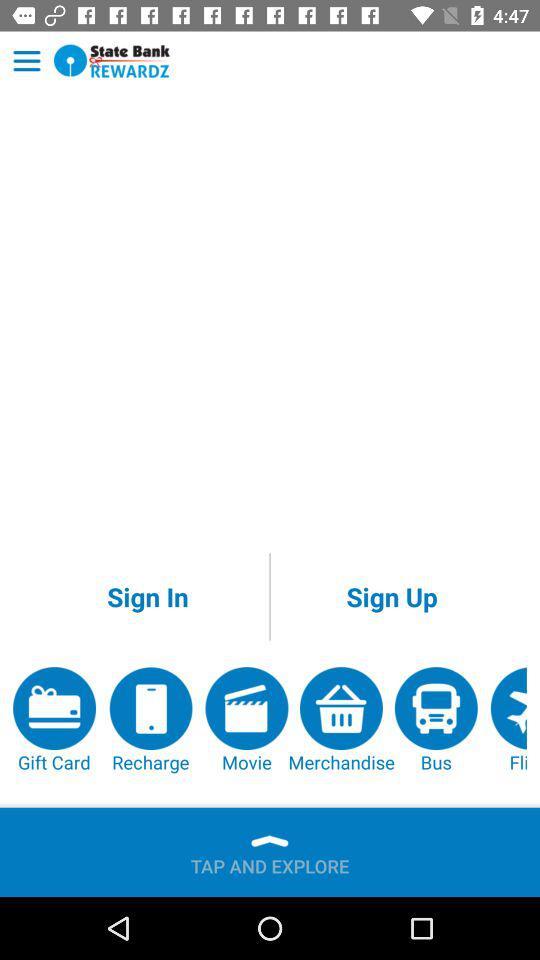 The image size is (540, 960). What do you see at coordinates (112, 61) in the screenshot?
I see `this bank name` at bounding box center [112, 61].